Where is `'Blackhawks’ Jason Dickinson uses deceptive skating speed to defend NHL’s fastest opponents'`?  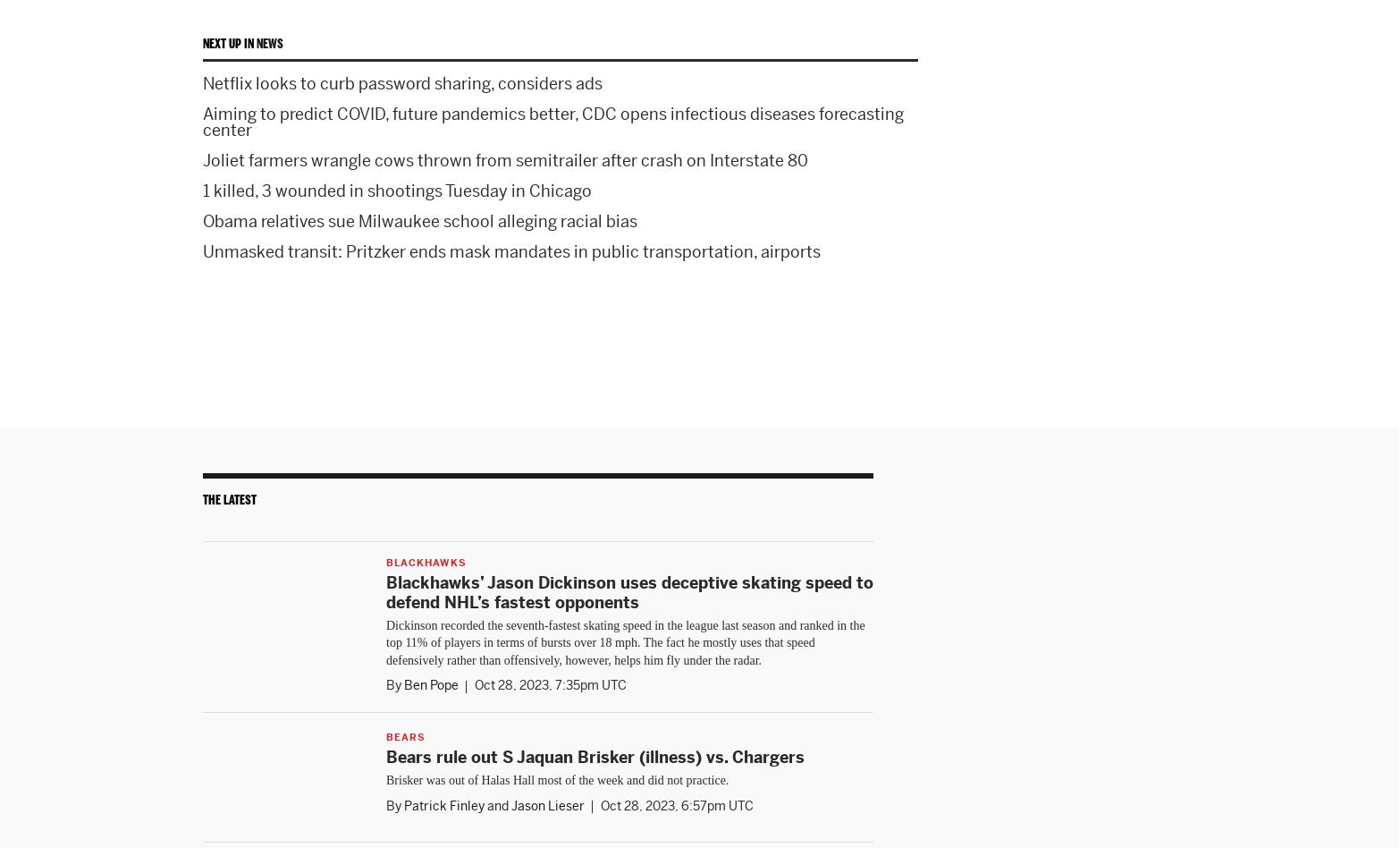
'Blackhawks’ Jason Dickinson uses deceptive skating speed to defend NHL’s fastest opponents' is located at coordinates (628, 590).